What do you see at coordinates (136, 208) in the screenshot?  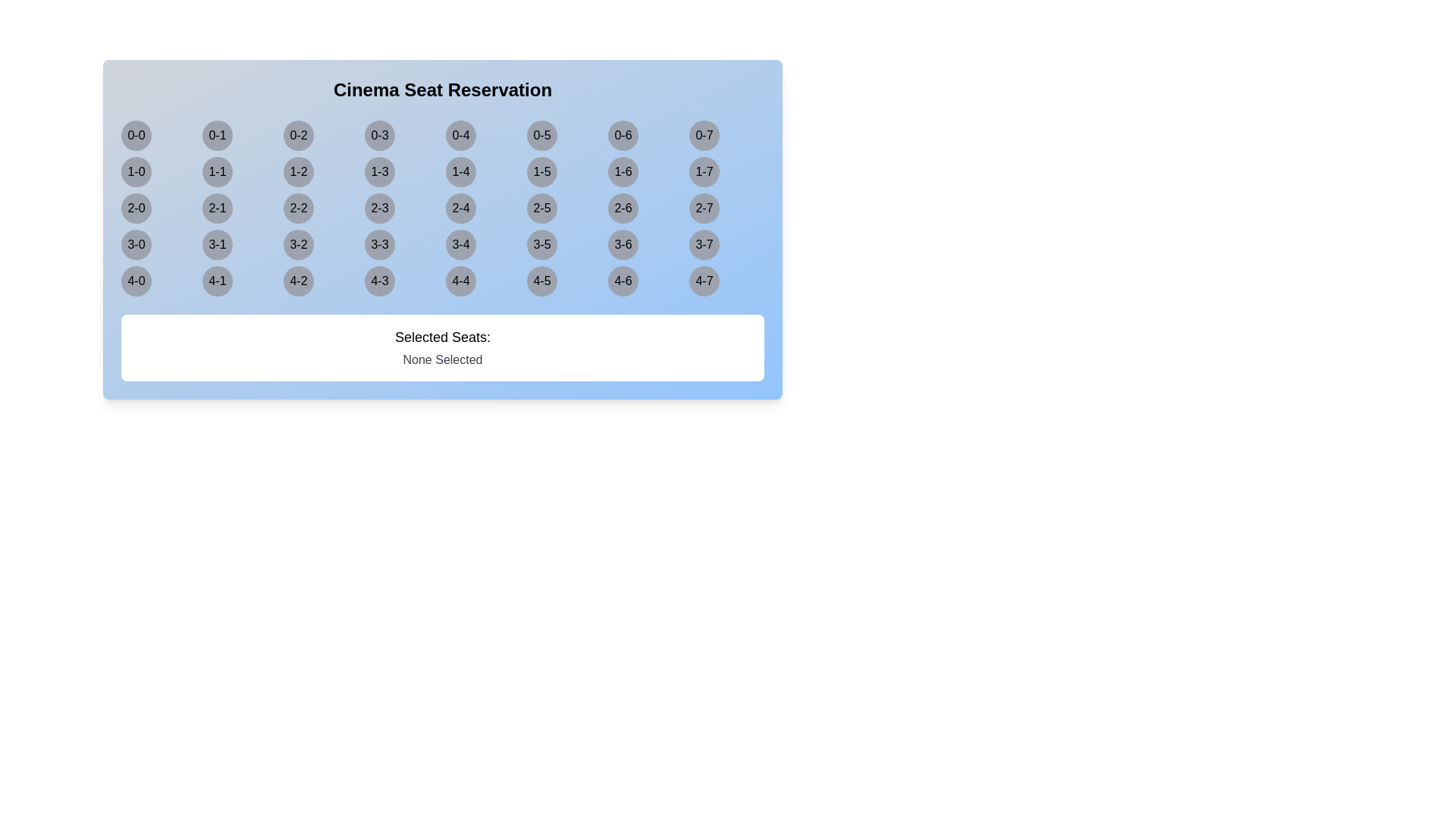 I see `the circular button with a gray background labeled '2-0'` at bounding box center [136, 208].